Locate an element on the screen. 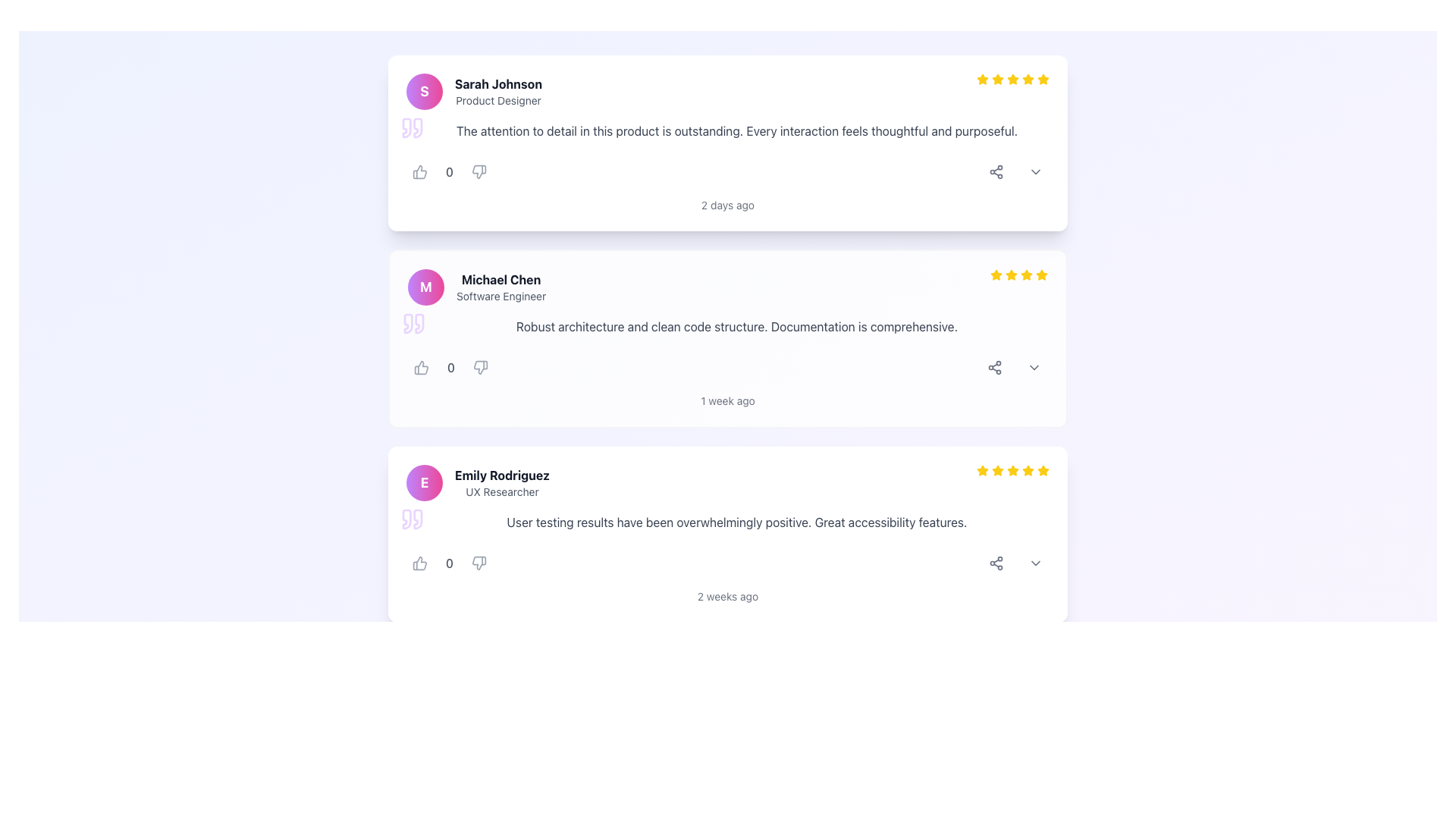 This screenshot has width=1456, height=819. the text label displaying '2 weeks ago' in light gray font, located at the bottom of the card for 'Emily Rodriguez' is located at coordinates (728, 595).